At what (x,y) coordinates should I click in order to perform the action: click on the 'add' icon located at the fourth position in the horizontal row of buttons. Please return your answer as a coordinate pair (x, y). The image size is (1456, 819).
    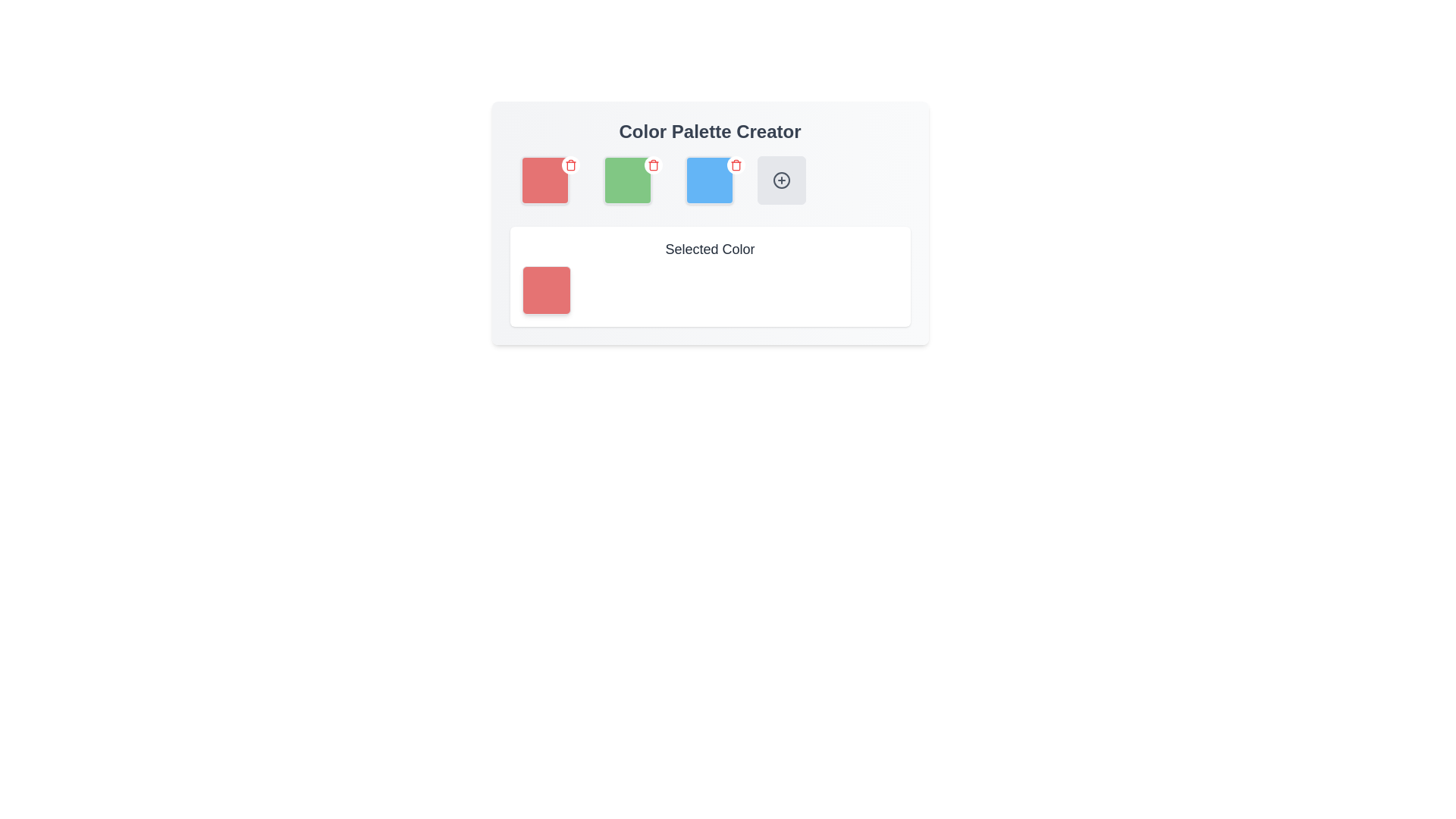
    Looking at the image, I should click on (781, 180).